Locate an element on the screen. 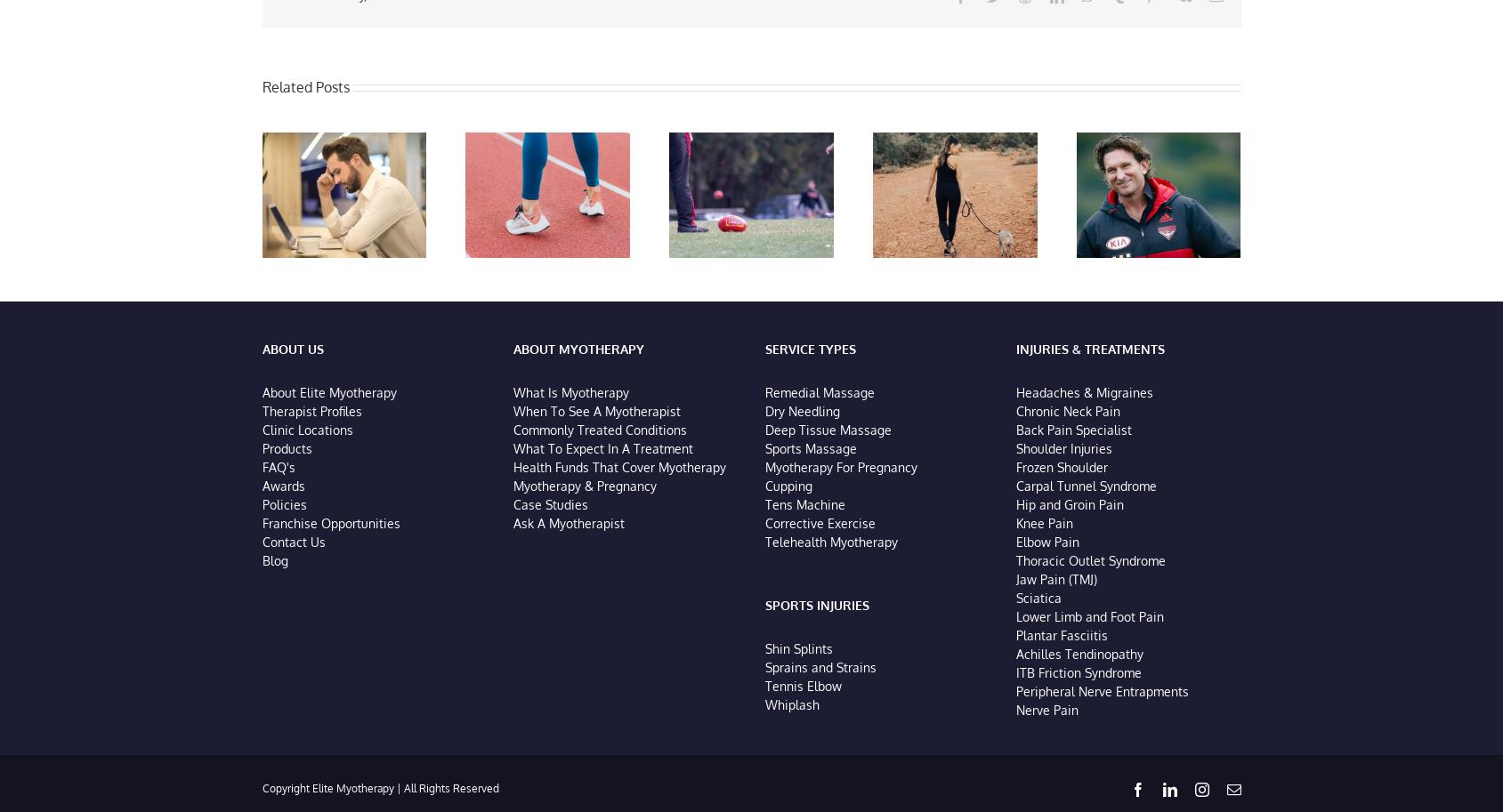 This screenshot has height=812, width=1503. 'Related Posts' is located at coordinates (262, 89).